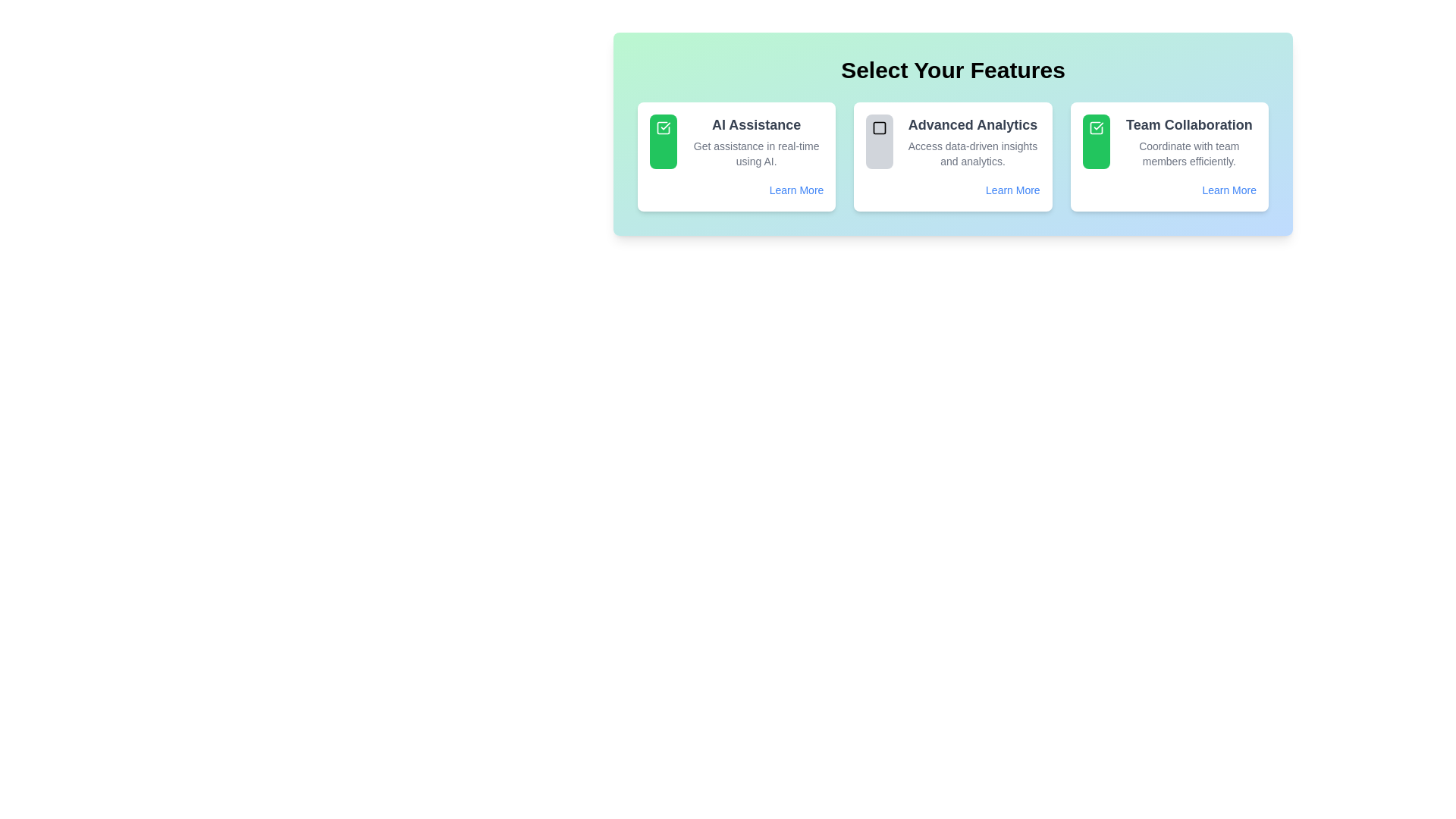  What do you see at coordinates (736, 141) in the screenshot?
I see `the text block of the Feature Description Card titled 'AI Assistance', which is located in the top-left corner of the grid section` at bounding box center [736, 141].